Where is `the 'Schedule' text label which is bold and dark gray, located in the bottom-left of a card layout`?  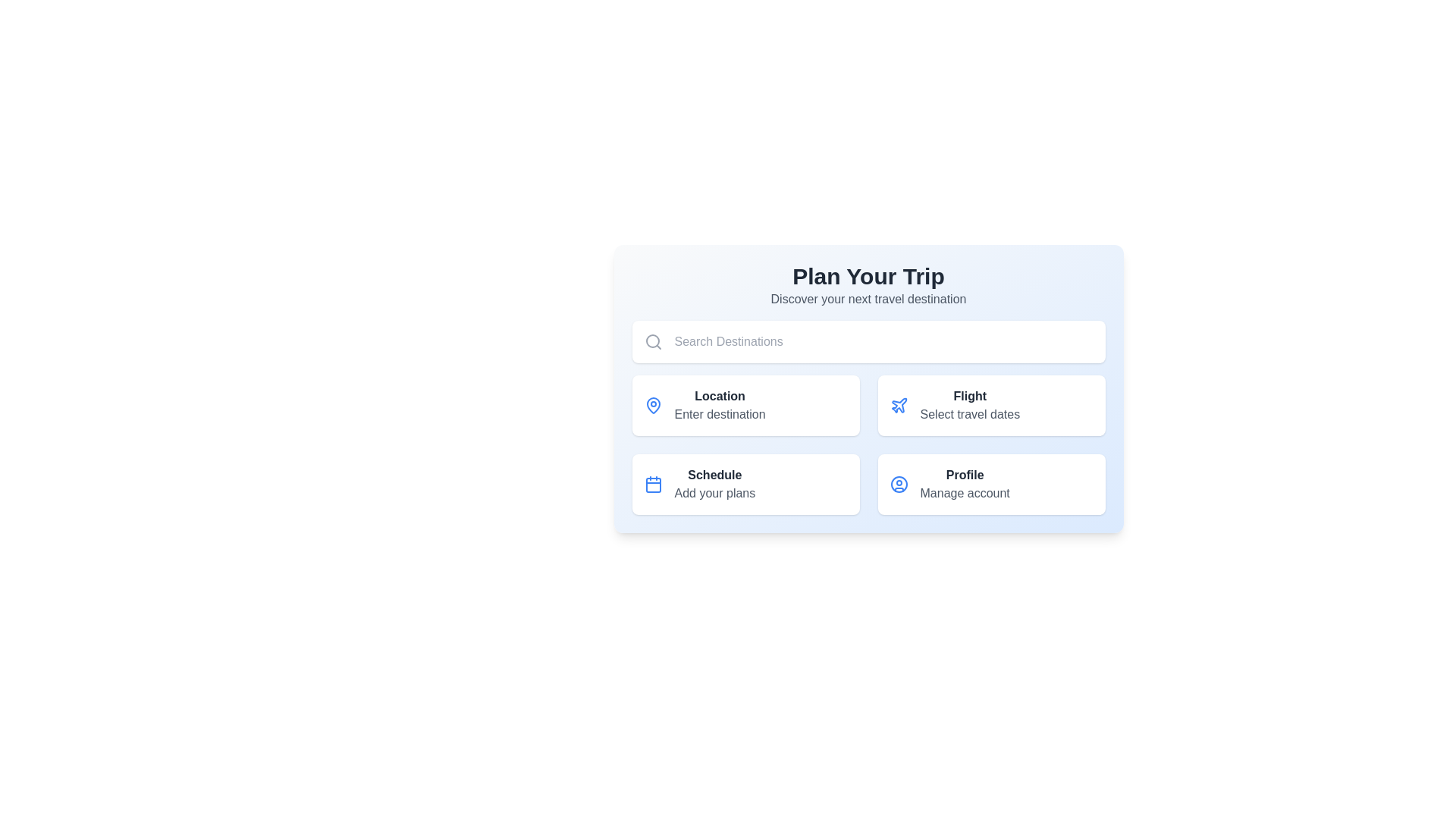
the 'Schedule' text label which is bold and dark gray, located in the bottom-left of a card layout is located at coordinates (714, 485).